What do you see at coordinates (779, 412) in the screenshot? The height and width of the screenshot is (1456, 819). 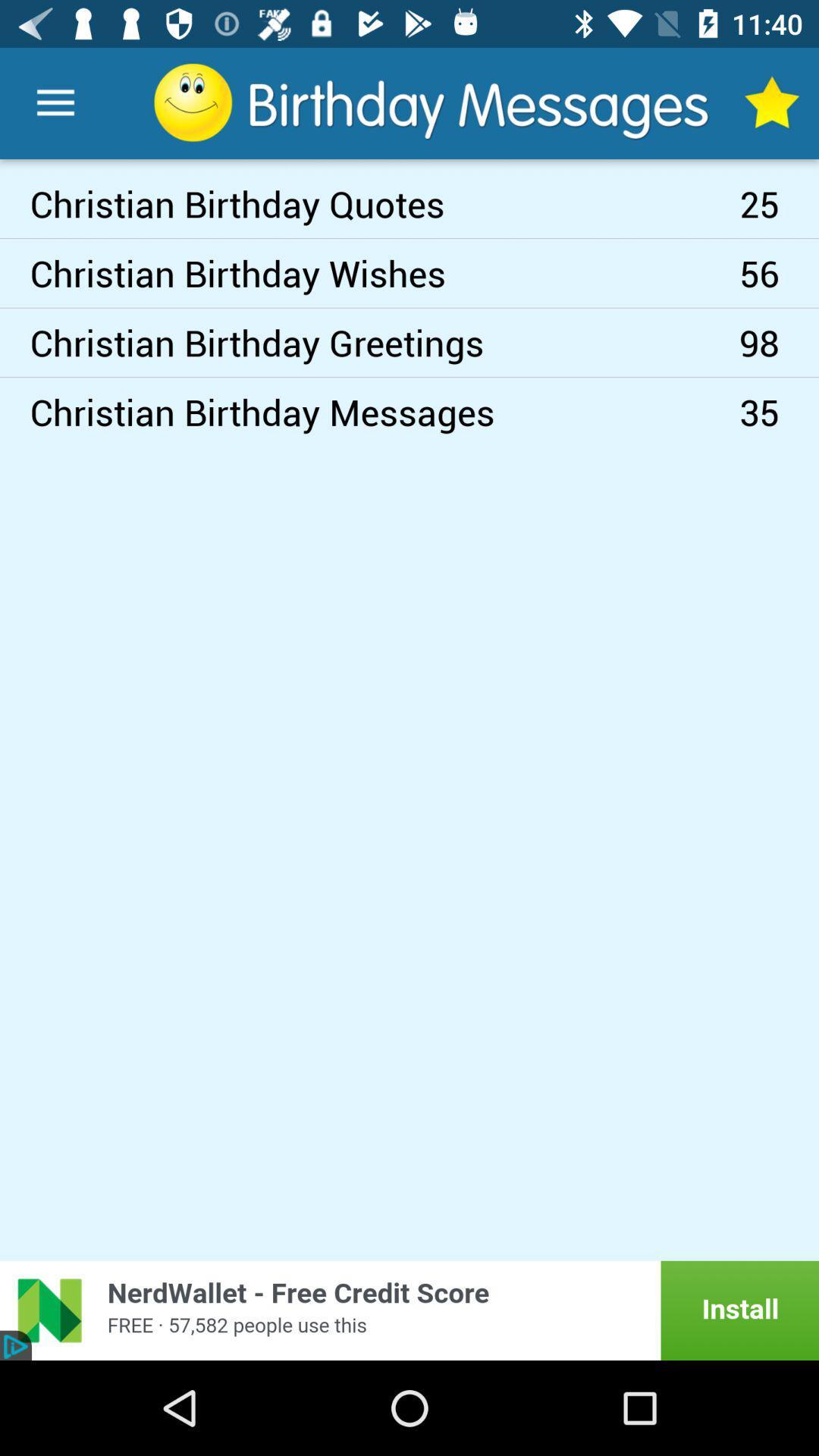 I see `the item below the 98 icon` at bounding box center [779, 412].